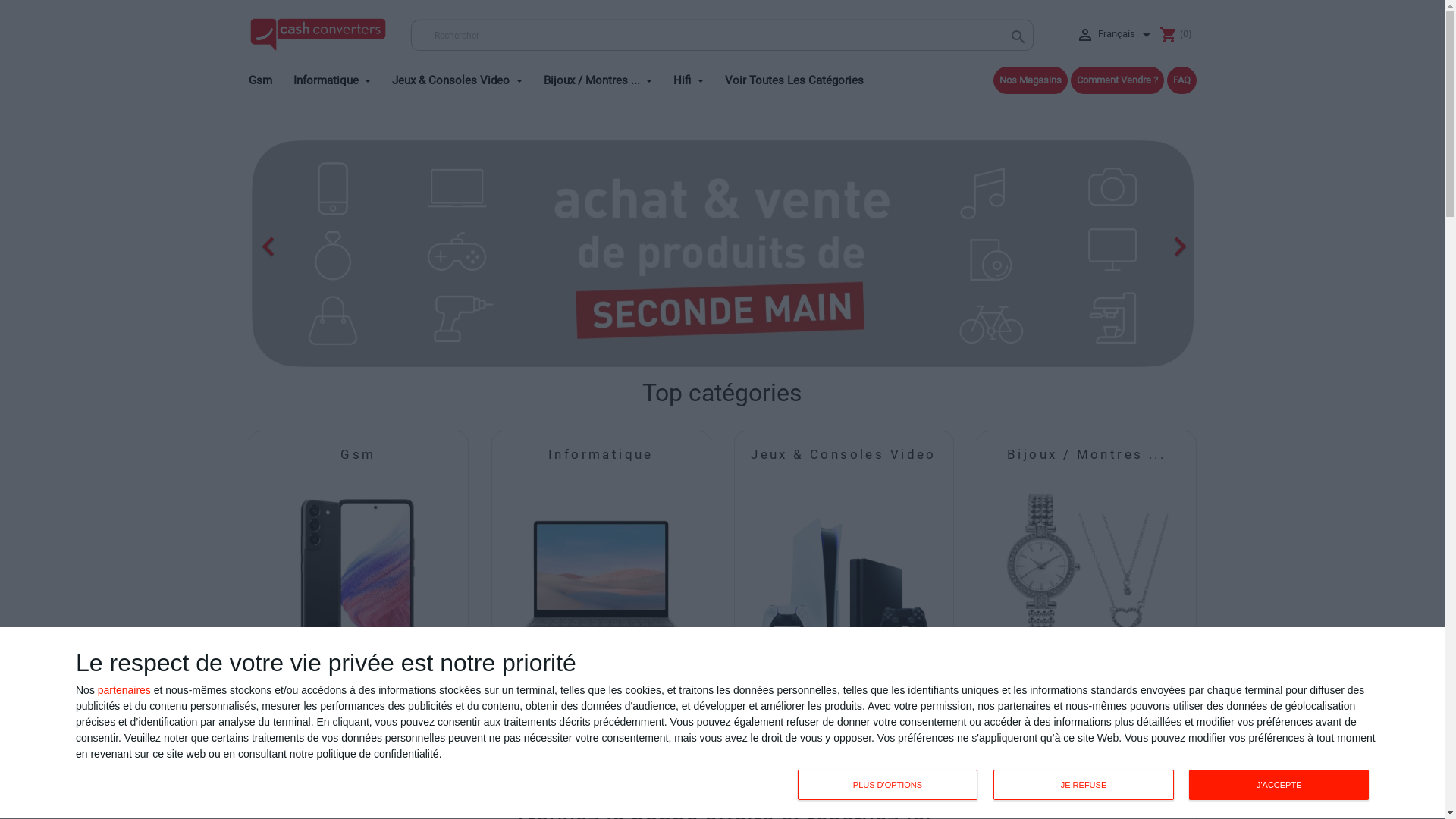 This screenshot has height=819, width=1456. I want to click on 'Jeux & Consoles Video', so click(465, 77).